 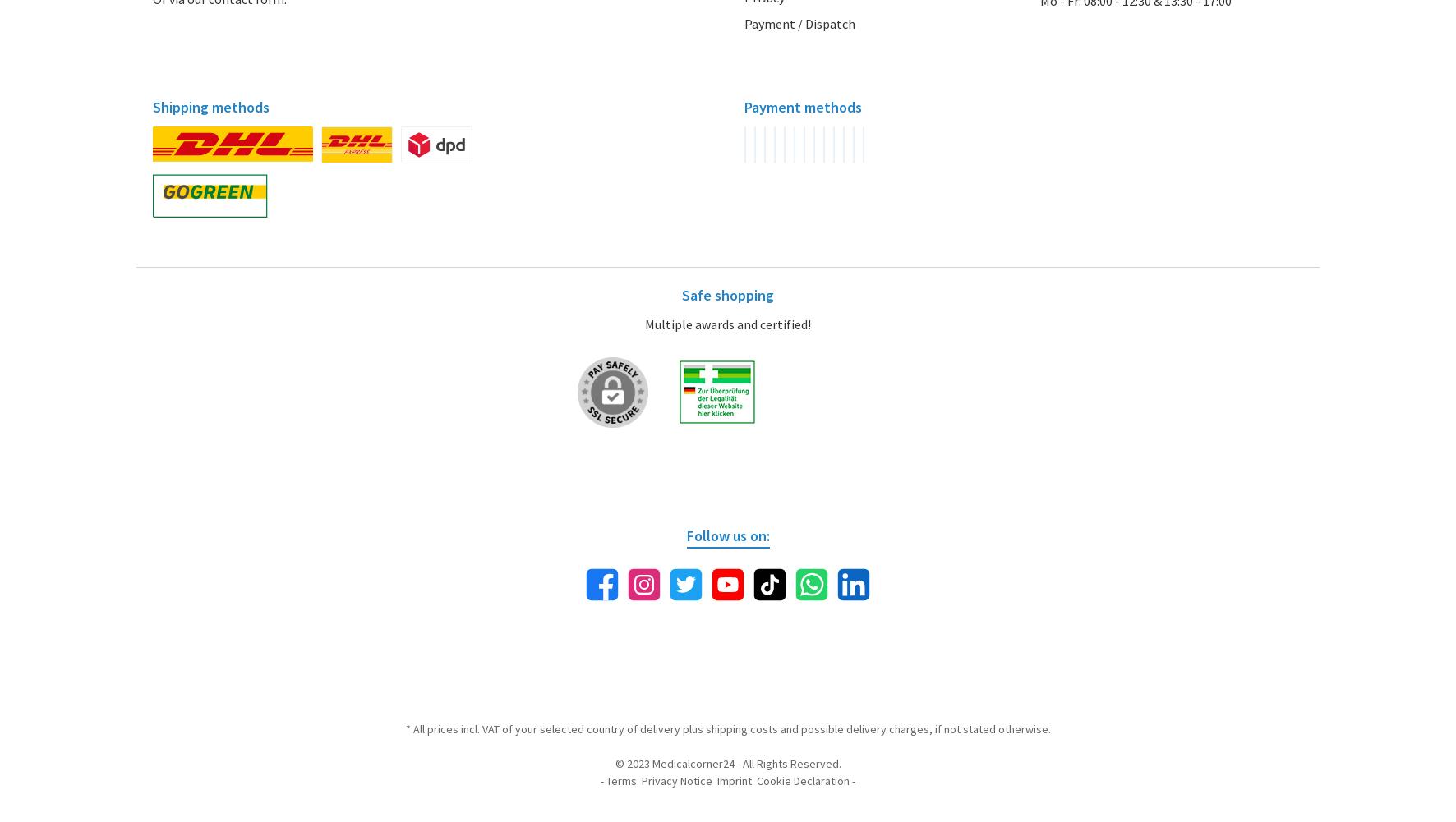 I want to click on 'Payment methods', so click(x=802, y=105).